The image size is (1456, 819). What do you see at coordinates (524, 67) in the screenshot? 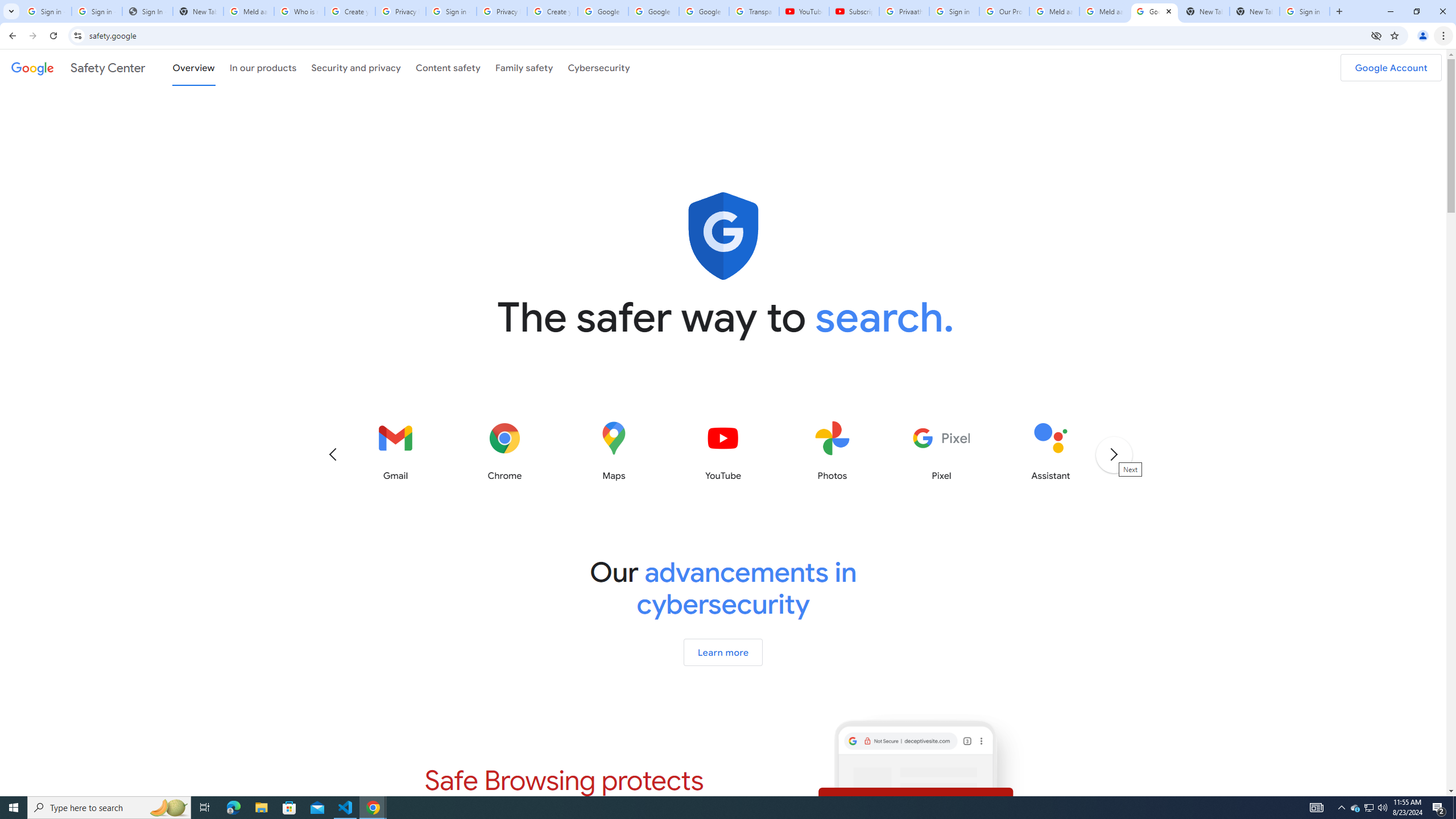
I see `'Family safety'` at bounding box center [524, 67].